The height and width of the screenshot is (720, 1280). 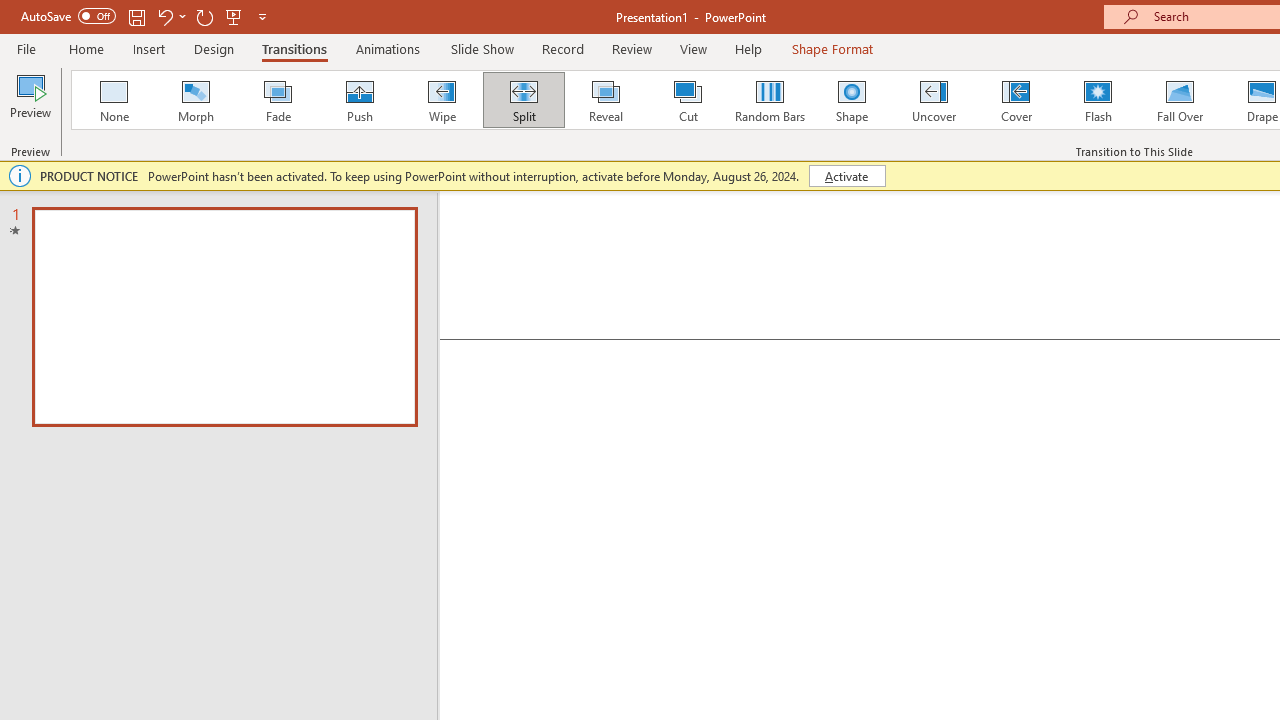 What do you see at coordinates (523, 100) in the screenshot?
I see `'Split'` at bounding box center [523, 100].